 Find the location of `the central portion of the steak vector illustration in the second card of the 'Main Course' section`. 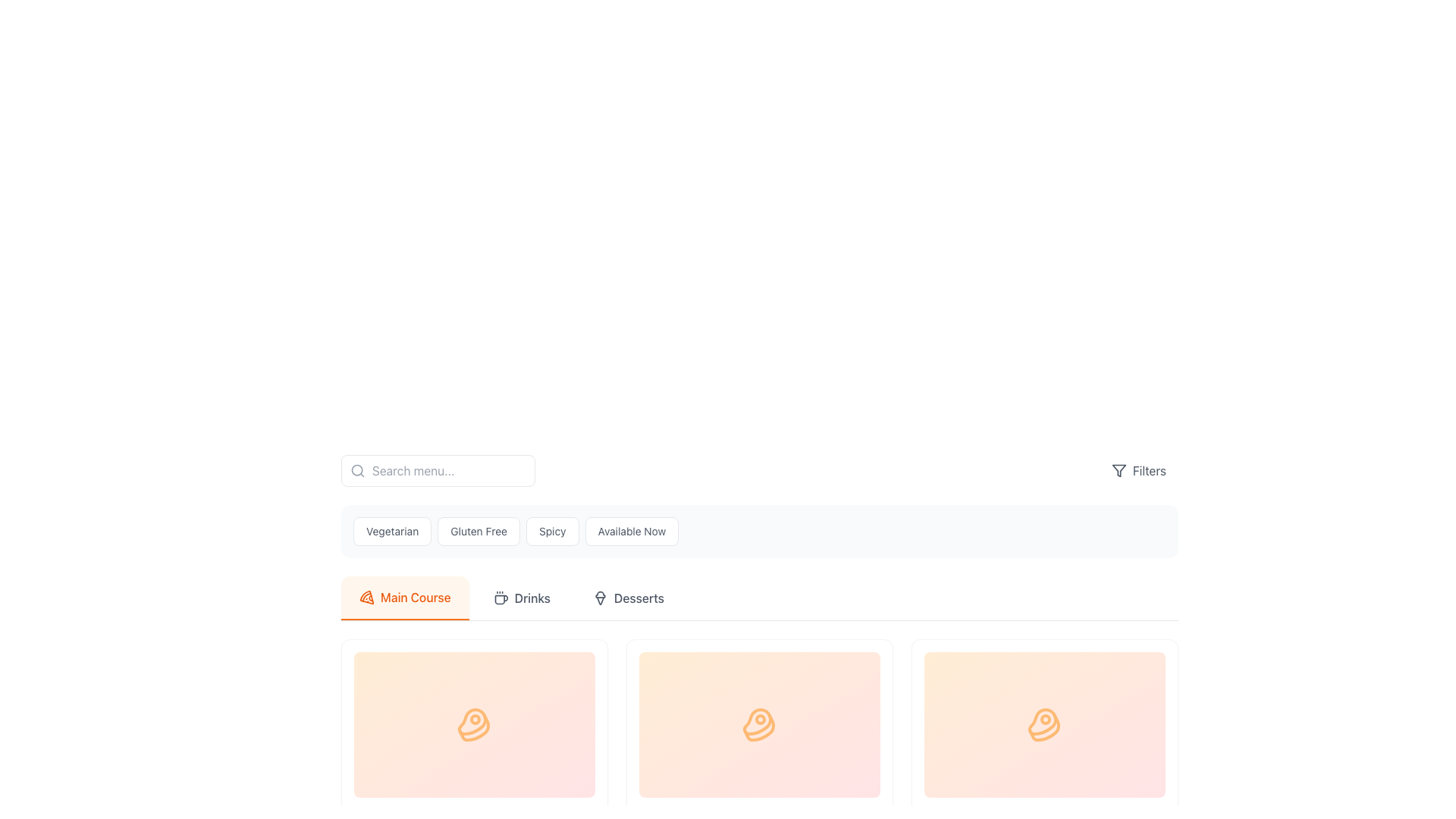

the central portion of the steak vector illustration in the second card of the 'Main Course' section is located at coordinates (1041, 721).